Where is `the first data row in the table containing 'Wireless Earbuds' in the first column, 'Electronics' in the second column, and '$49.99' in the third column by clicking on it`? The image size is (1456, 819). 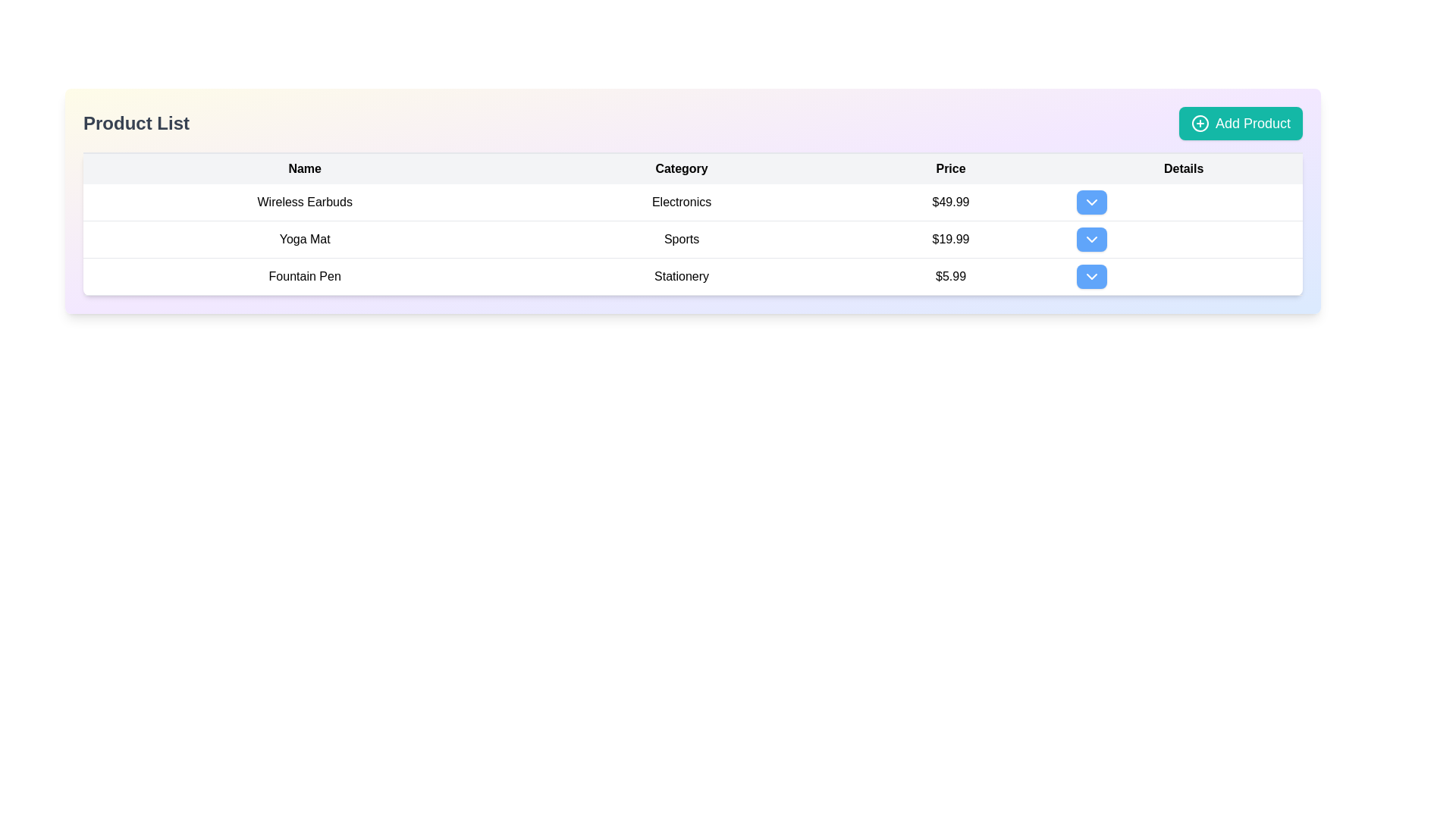
the first data row in the table containing 'Wireless Earbuds' in the first column, 'Electronics' in the second column, and '$49.99' in the third column by clicking on it is located at coordinates (692, 201).